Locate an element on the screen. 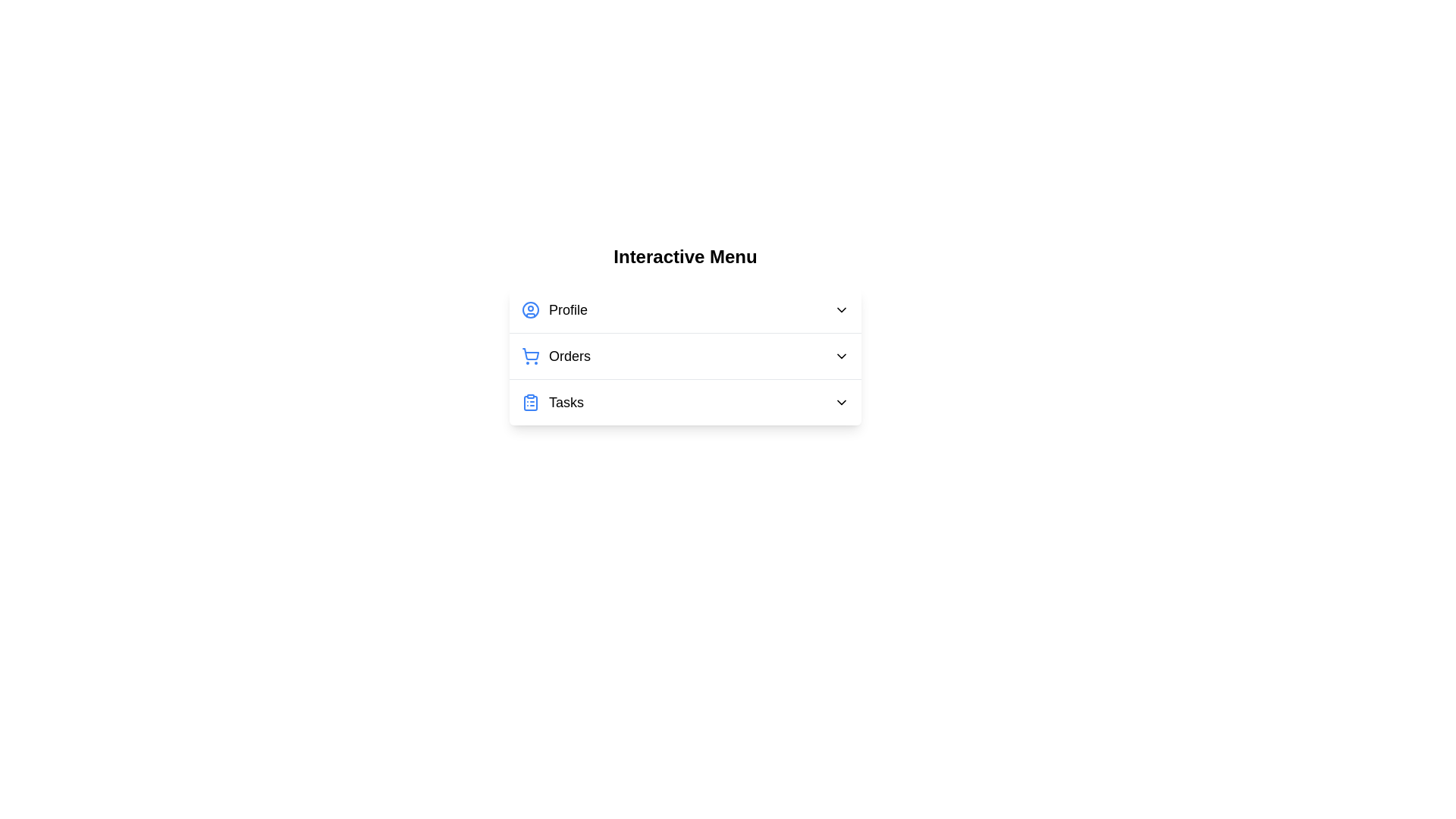  the shopping cart icon with a blue outline located in the second row of the interactive menu, adjacent to the 'Orders' text is located at coordinates (531, 353).